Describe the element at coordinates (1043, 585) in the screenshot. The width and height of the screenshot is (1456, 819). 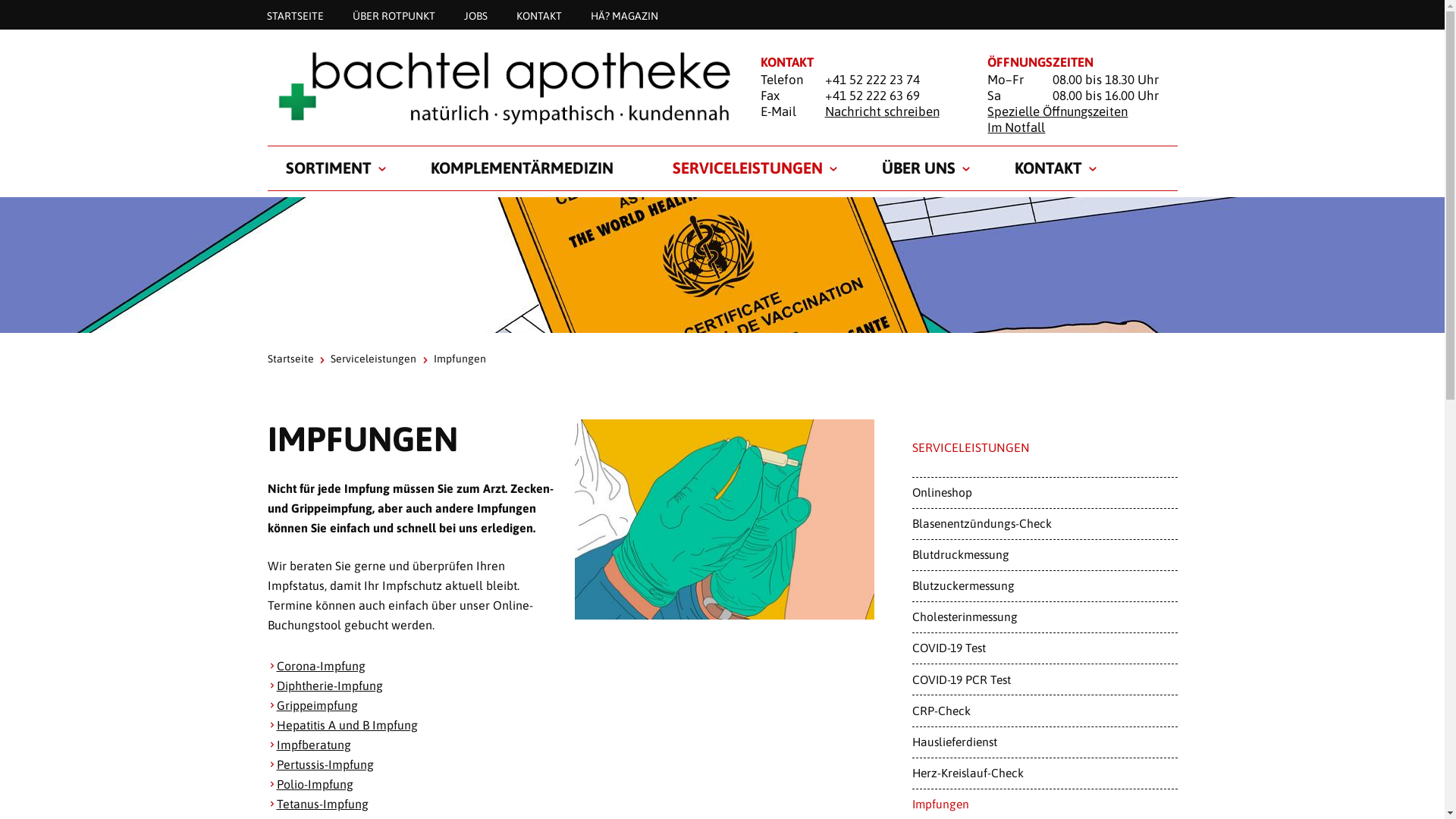
I see `'Blutzuckermessung'` at that location.